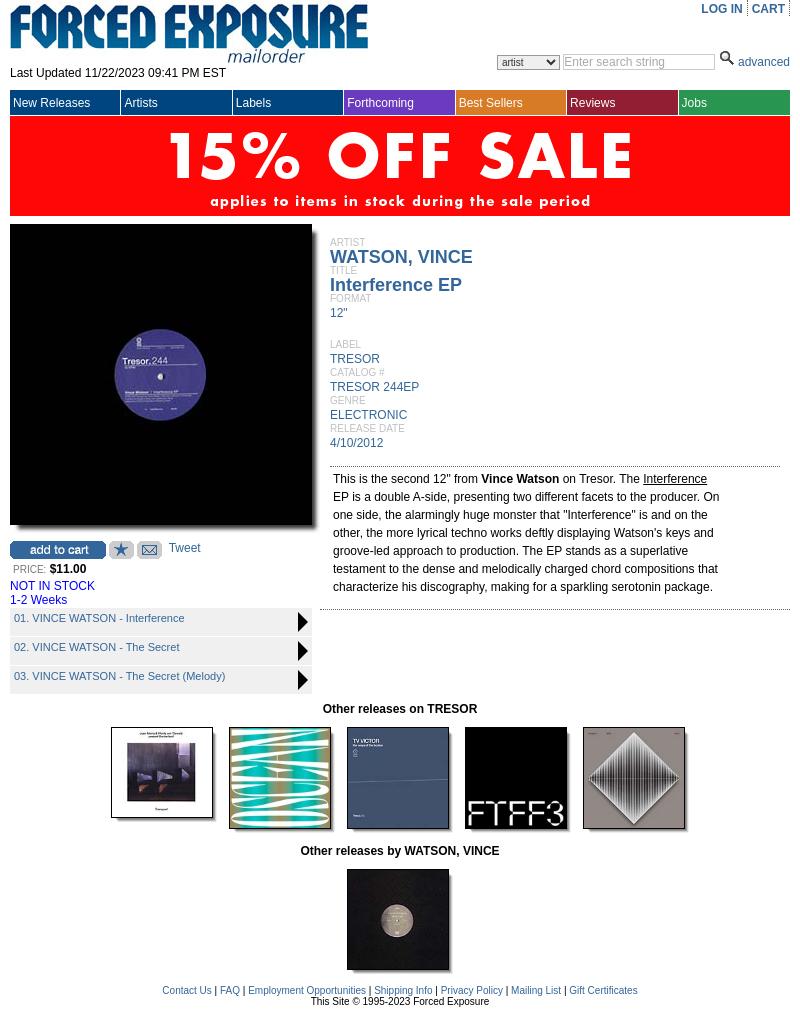 This screenshot has height=1015, width=800. What do you see at coordinates (373, 387) in the screenshot?
I see `'TRESOR 244EP'` at bounding box center [373, 387].